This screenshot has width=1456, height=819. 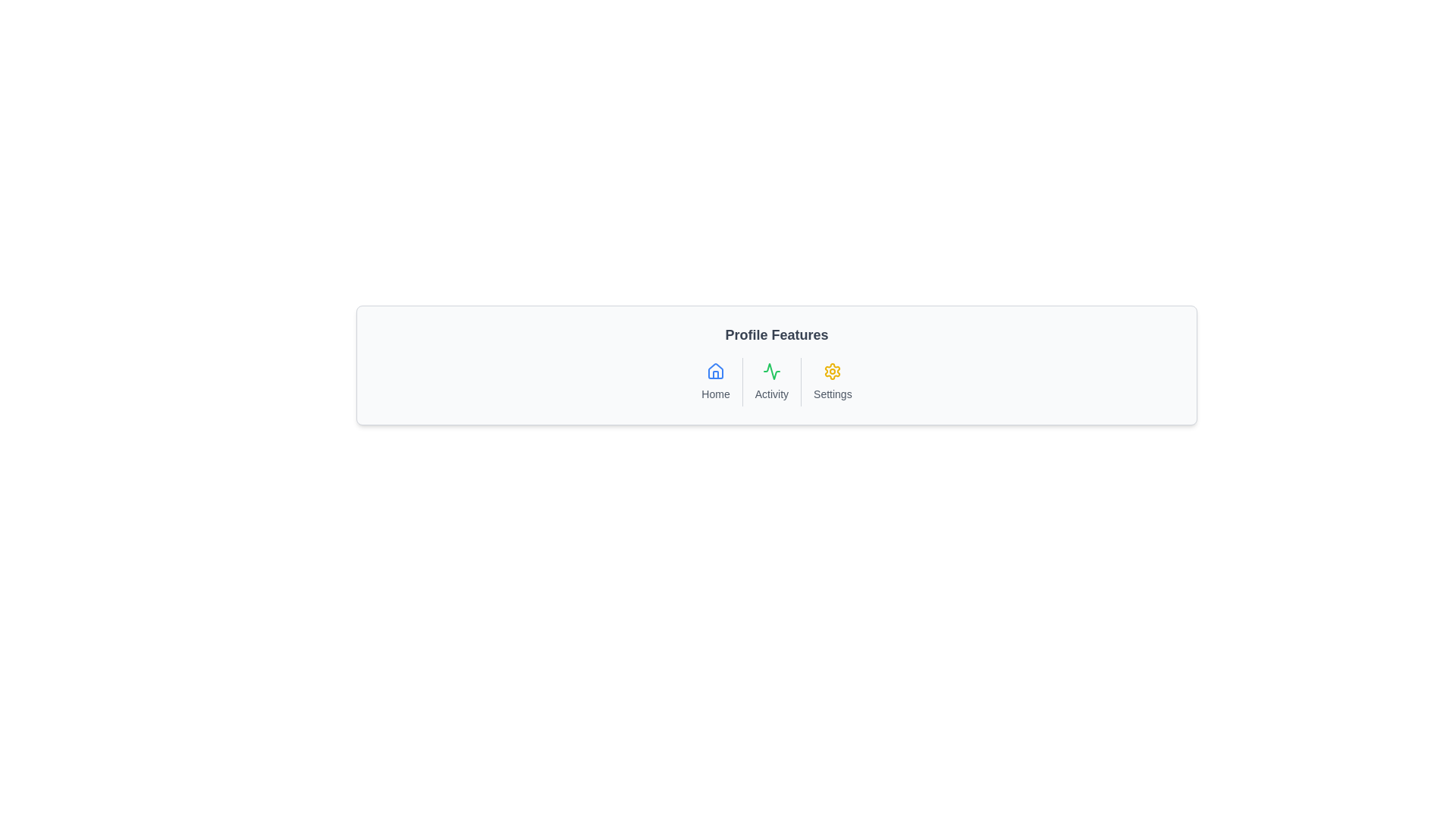 I want to click on the blue outlined house icon in the navigation area, so click(x=715, y=371).